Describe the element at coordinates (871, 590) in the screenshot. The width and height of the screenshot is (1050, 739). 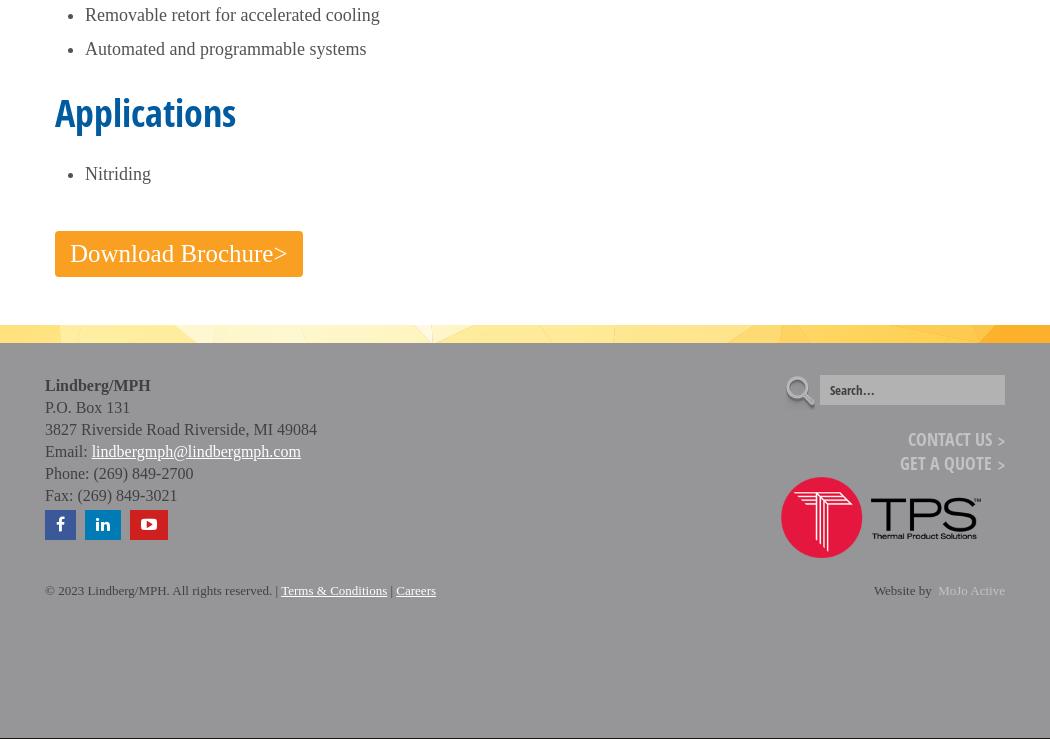
I see `'Website by'` at that location.